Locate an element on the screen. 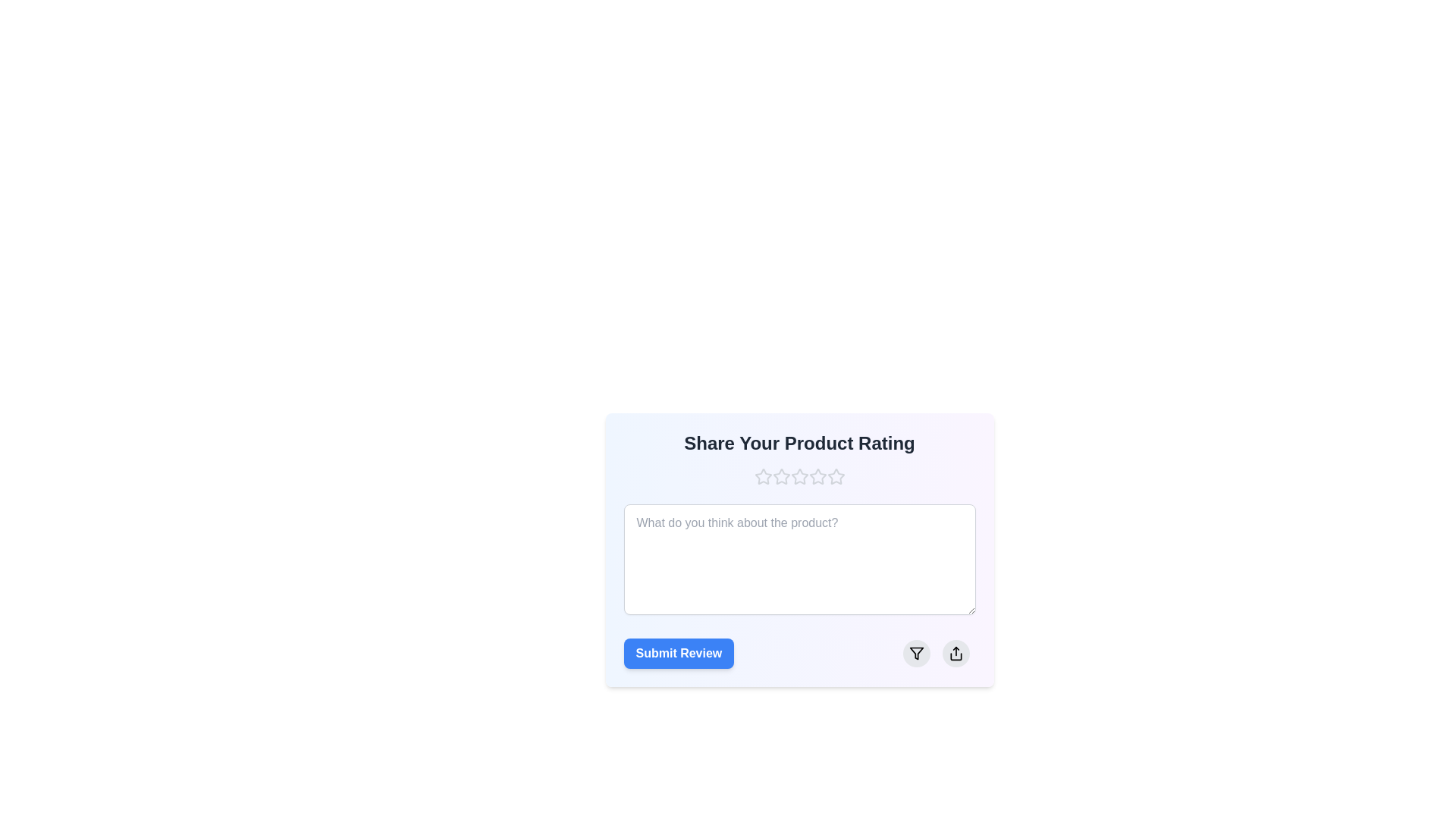 The width and height of the screenshot is (1456, 819). the first circular button located at the bottom-right corner of the interface is located at coordinates (915, 652).